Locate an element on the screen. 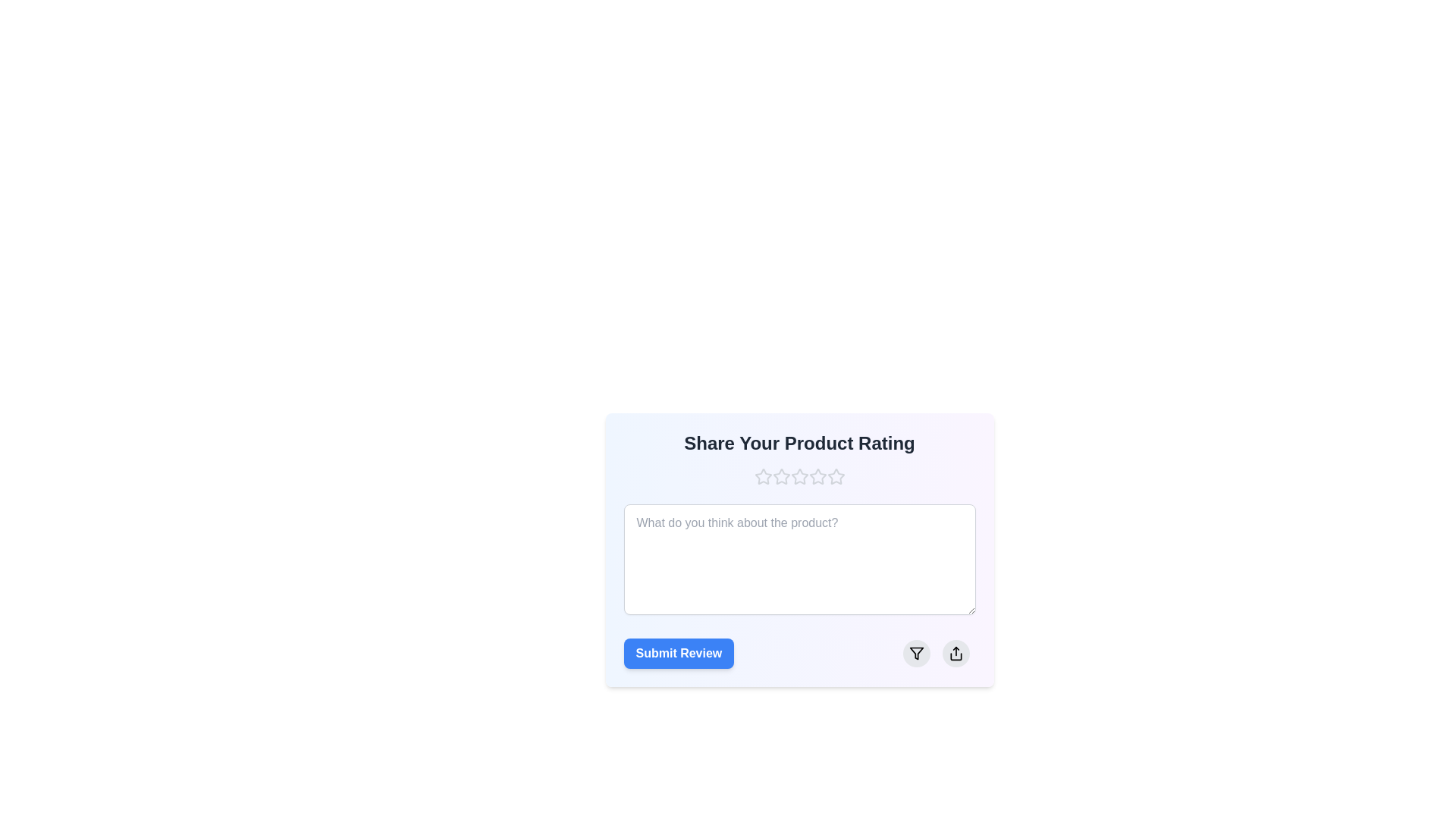 The width and height of the screenshot is (1456, 819). the first circular button located at the bottom-right corner of the interface is located at coordinates (915, 652).